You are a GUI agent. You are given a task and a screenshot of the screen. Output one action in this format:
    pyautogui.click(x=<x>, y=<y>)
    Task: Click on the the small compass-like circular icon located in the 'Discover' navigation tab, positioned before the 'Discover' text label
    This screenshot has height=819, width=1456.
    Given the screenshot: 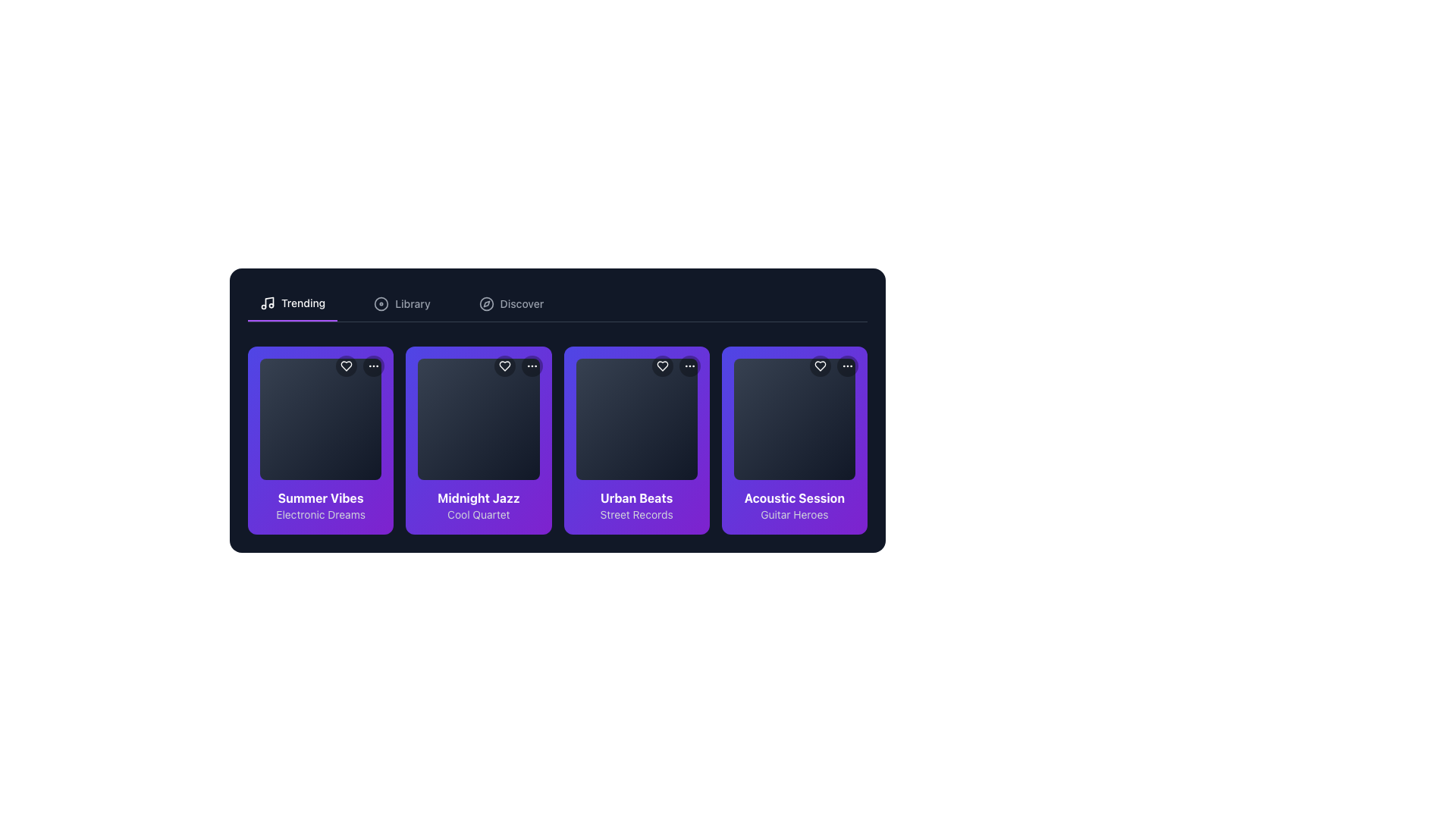 What is the action you would take?
    pyautogui.click(x=486, y=304)
    